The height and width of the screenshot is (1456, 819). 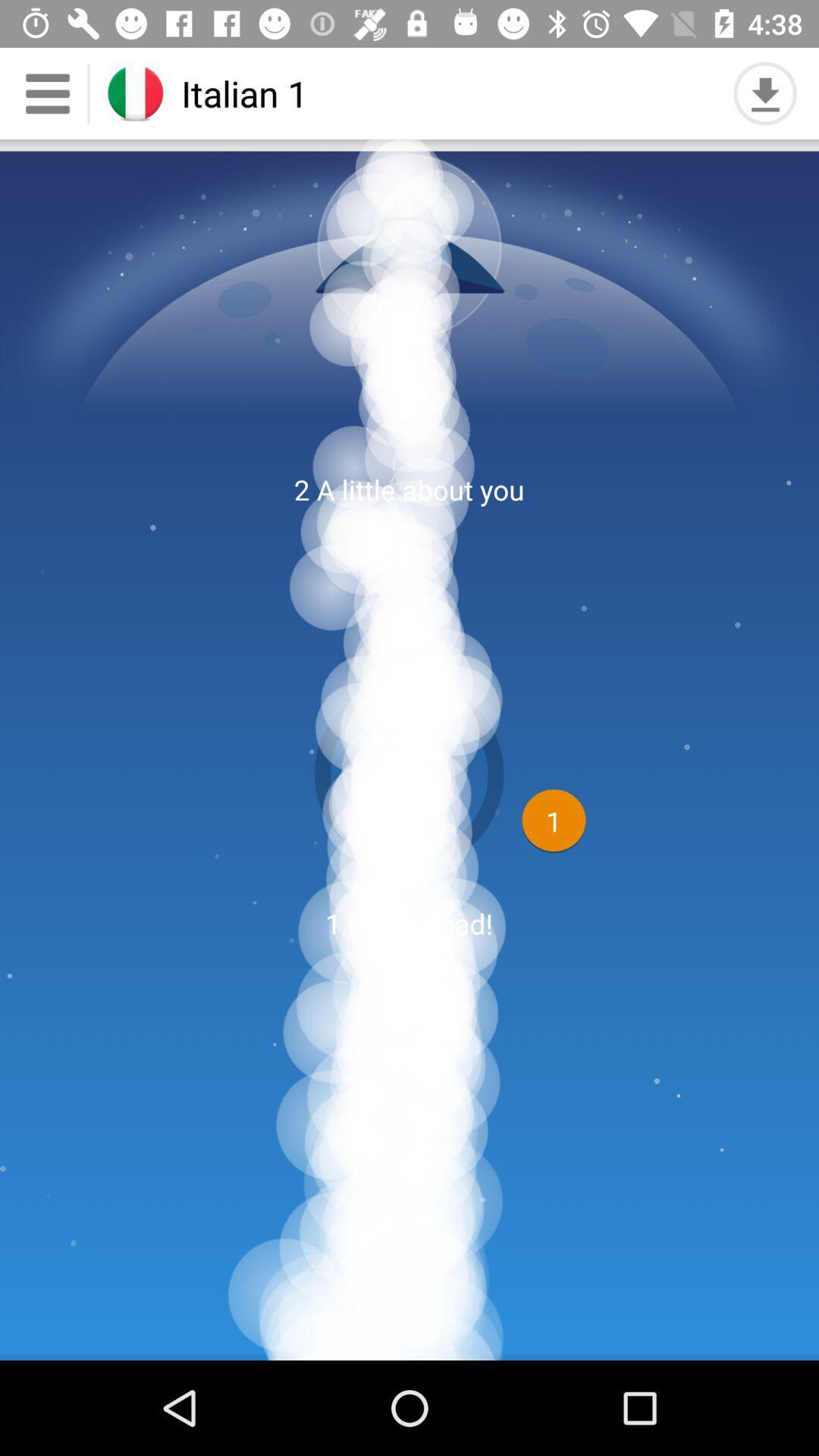 I want to click on the logo positioned left to italian 1 at the top left corner, so click(x=134, y=93).